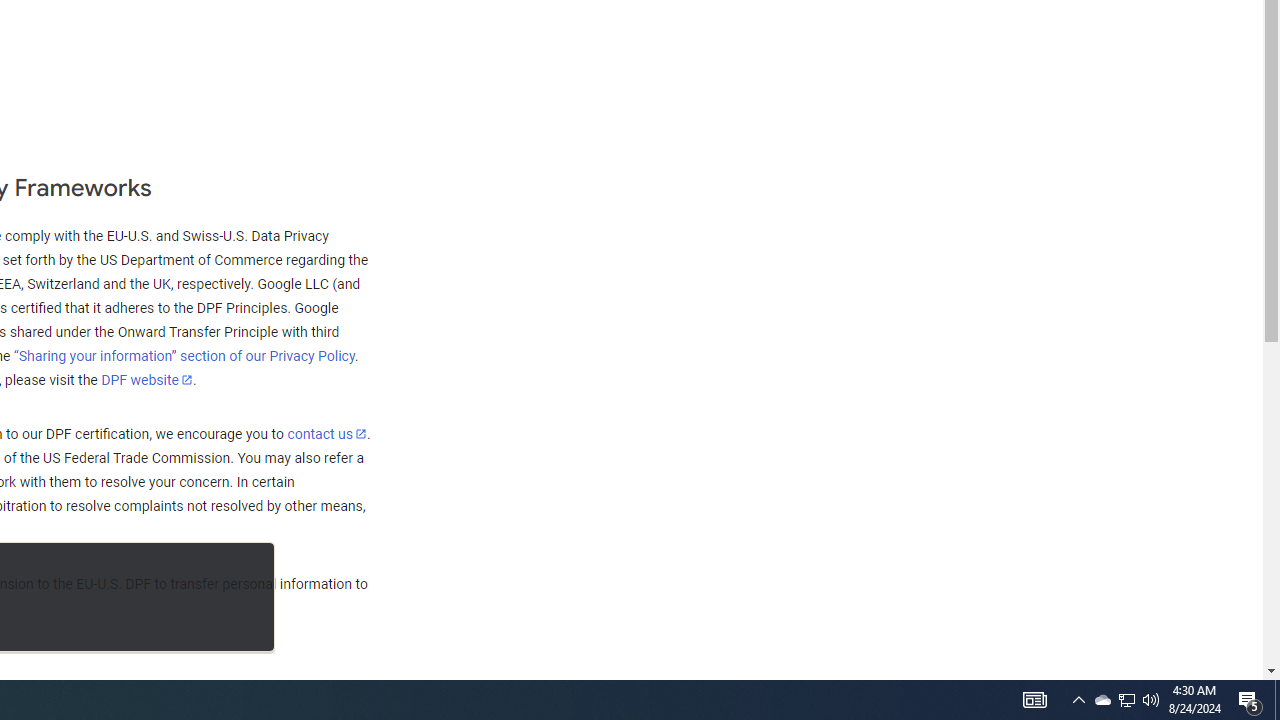  Describe the element at coordinates (327, 432) in the screenshot. I see `'contact us'` at that location.